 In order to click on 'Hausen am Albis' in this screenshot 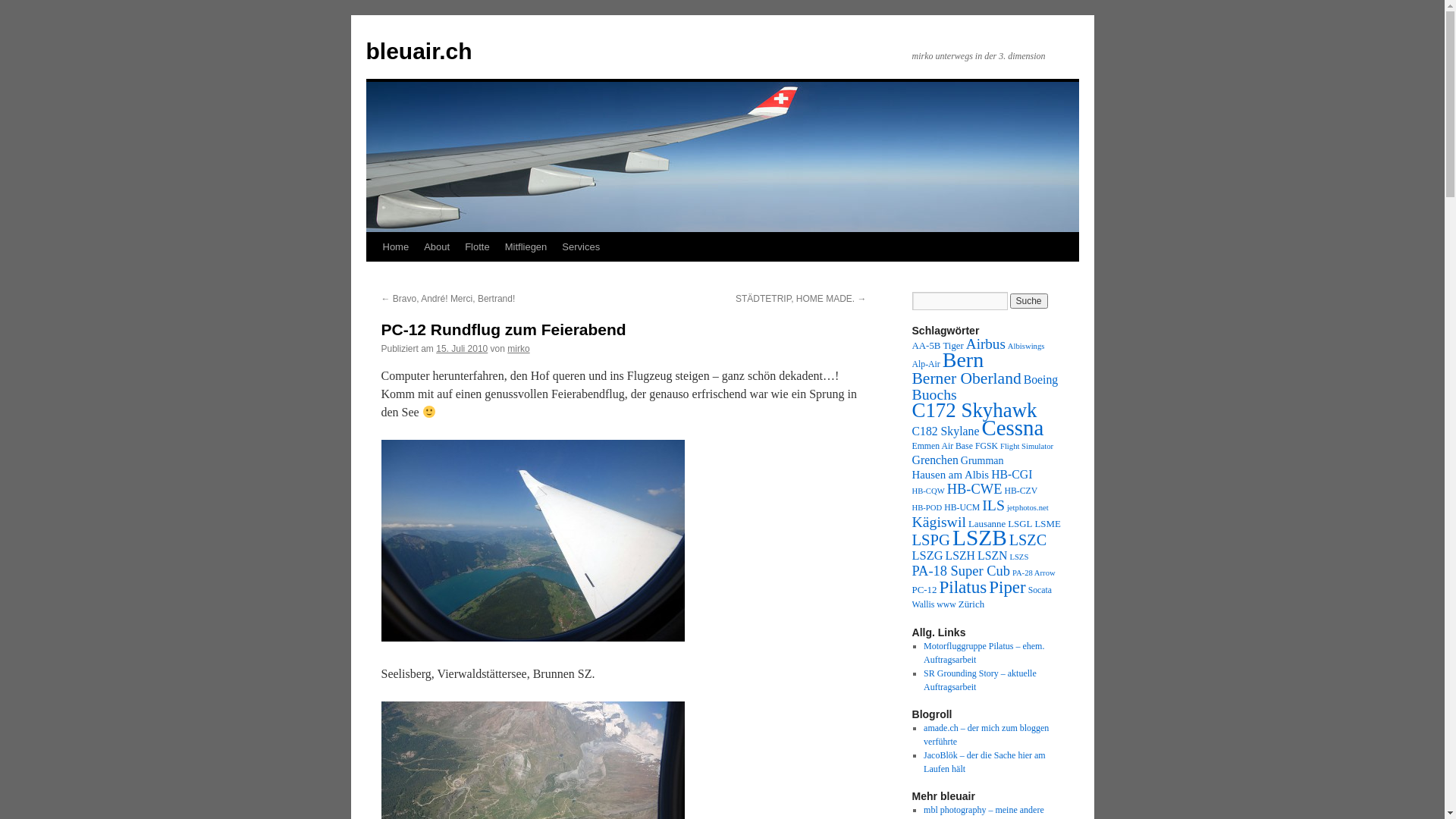, I will do `click(910, 473)`.